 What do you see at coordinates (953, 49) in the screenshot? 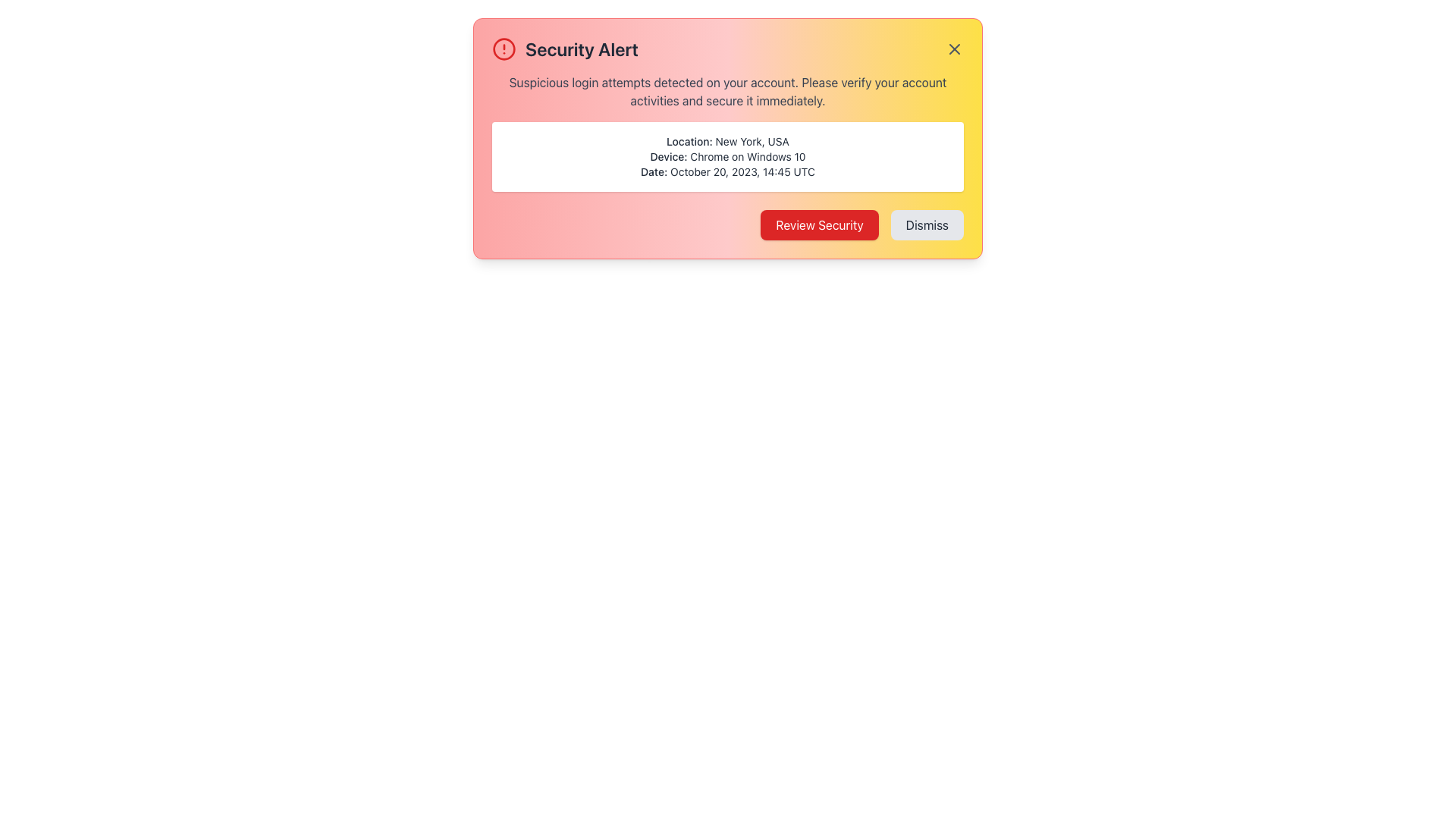
I see `the close icon represented by an 'X' shape in the top-right corner of the notification box with 'Security Alert' title to indicate interactivity` at bounding box center [953, 49].